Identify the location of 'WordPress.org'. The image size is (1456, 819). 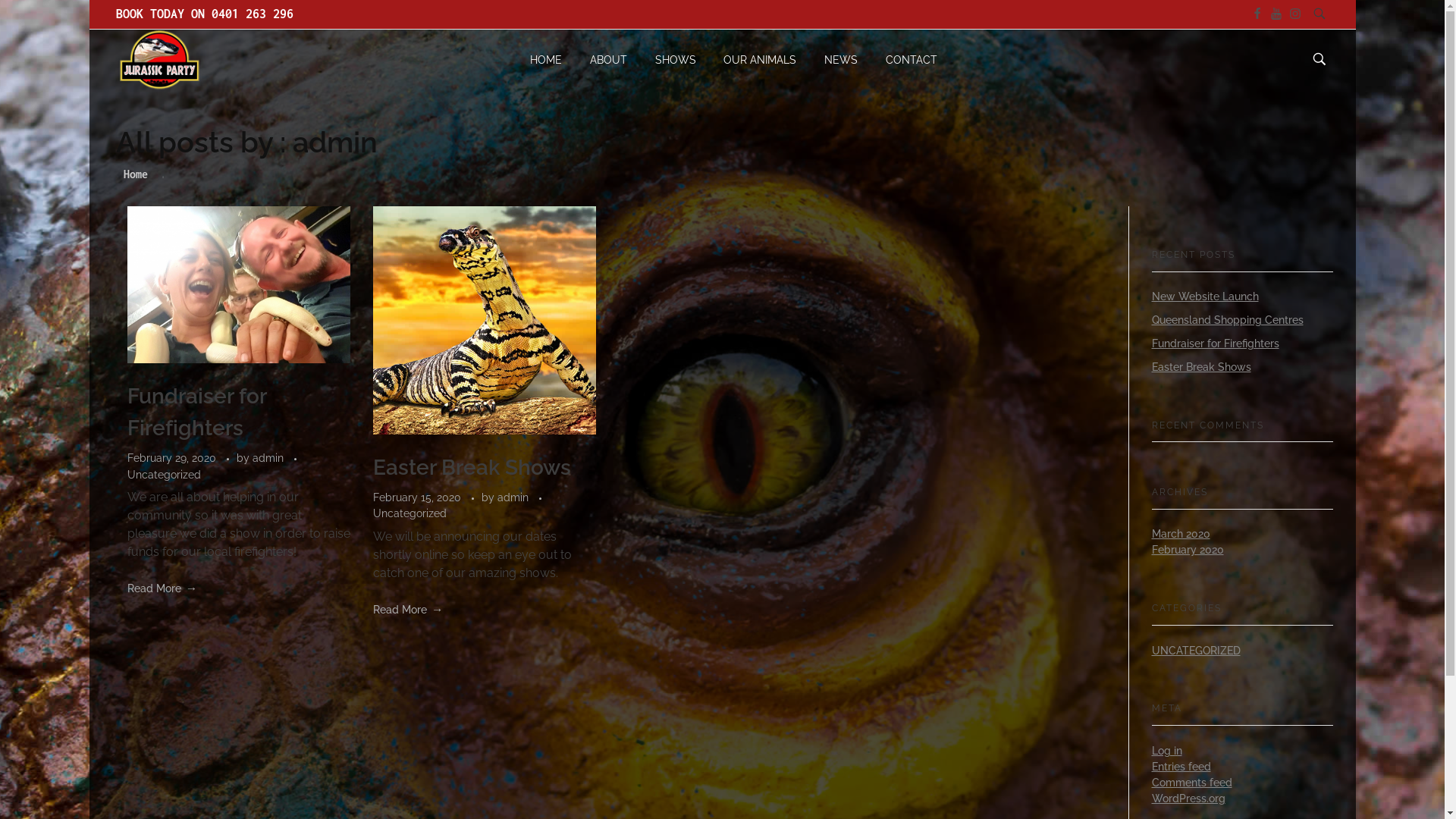
(1187, 798).